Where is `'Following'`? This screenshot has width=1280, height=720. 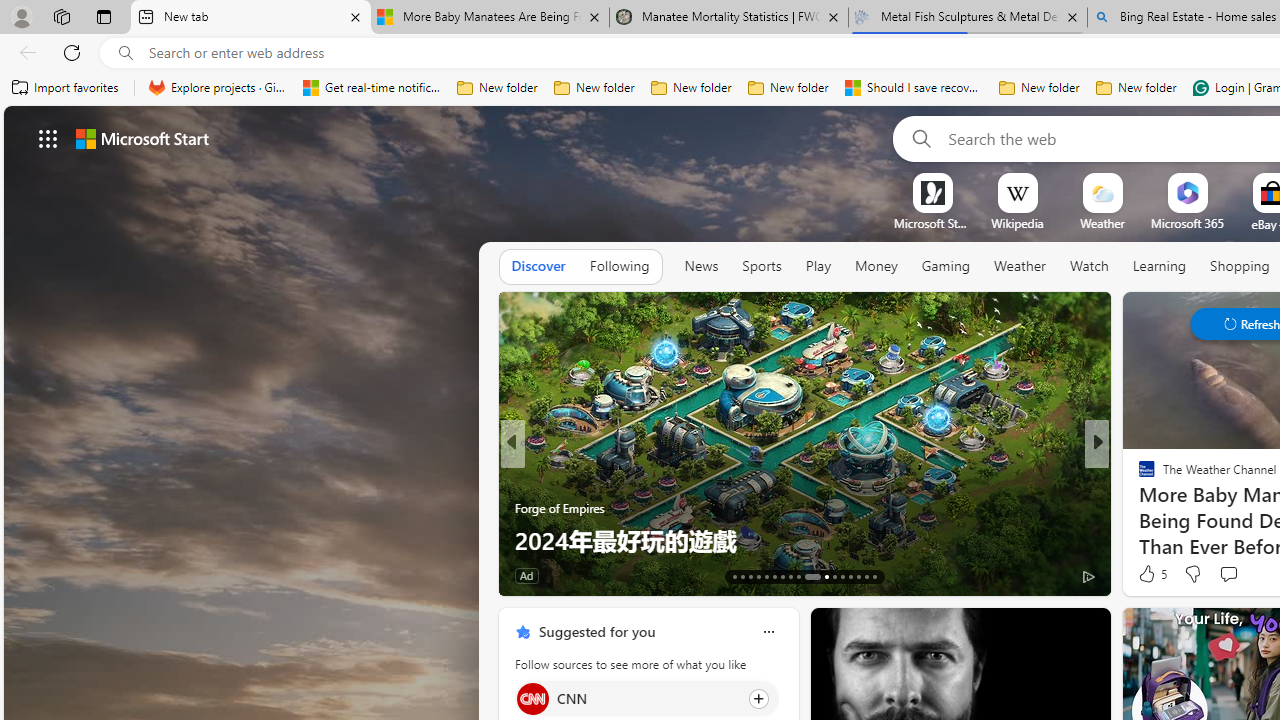
'Following' is located at coordinates (618, 266).